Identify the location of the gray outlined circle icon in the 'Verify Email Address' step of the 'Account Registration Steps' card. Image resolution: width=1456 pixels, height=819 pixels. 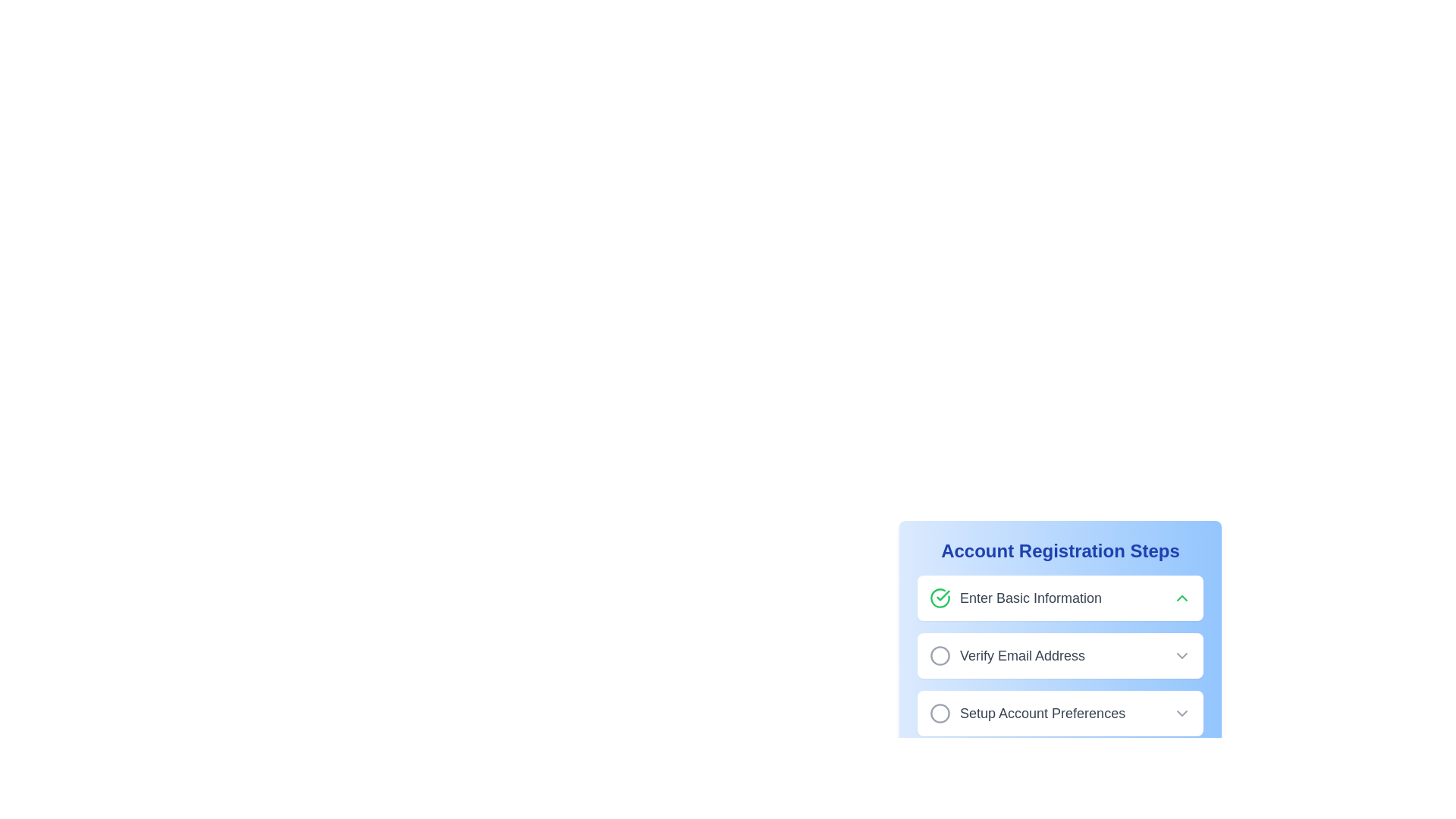
(939, 654).